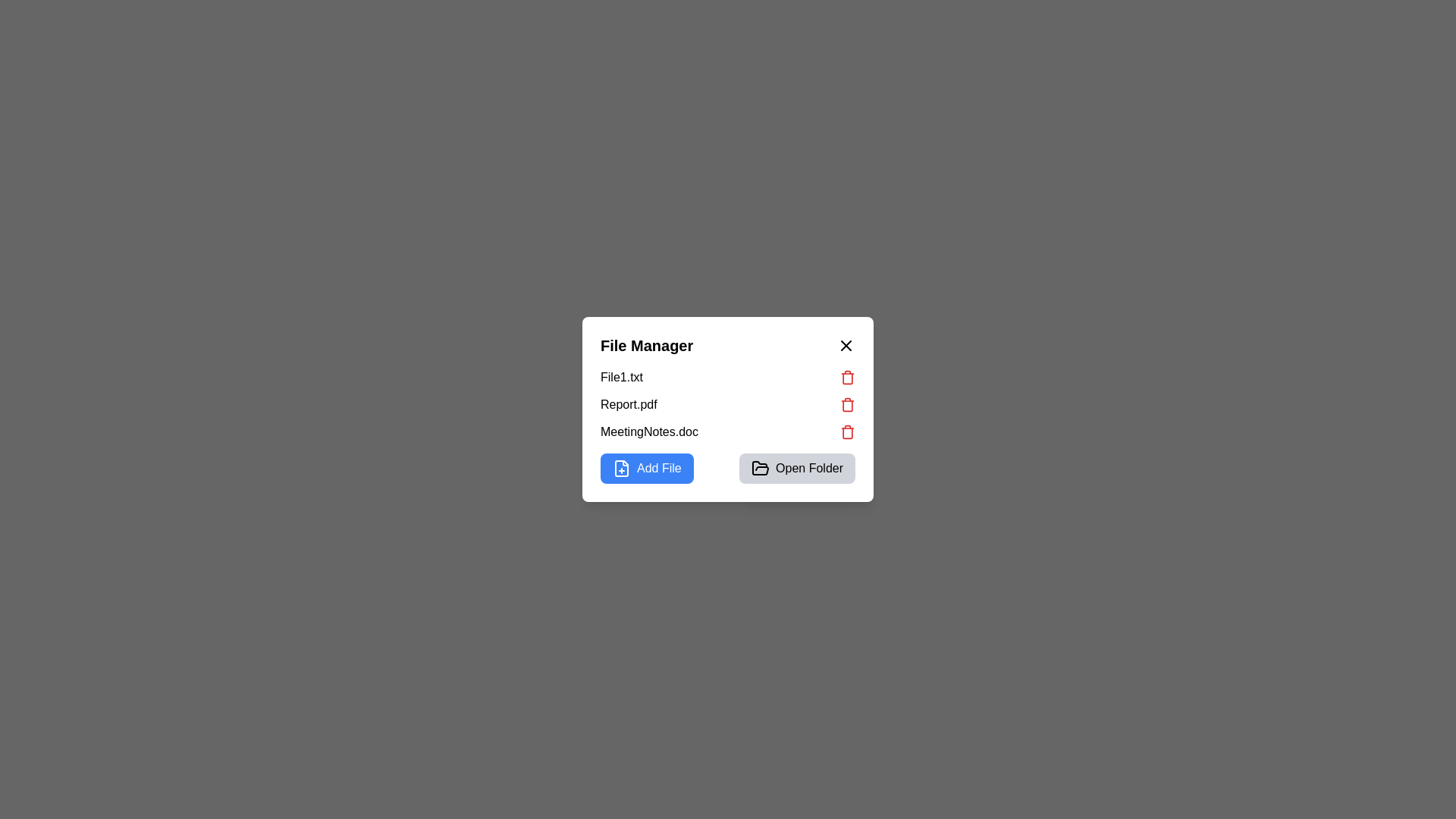  Describe the element at coordinates (649, 432) in the screenshot. I see `the text label for 'MeetingNotes.doc'` at that location.